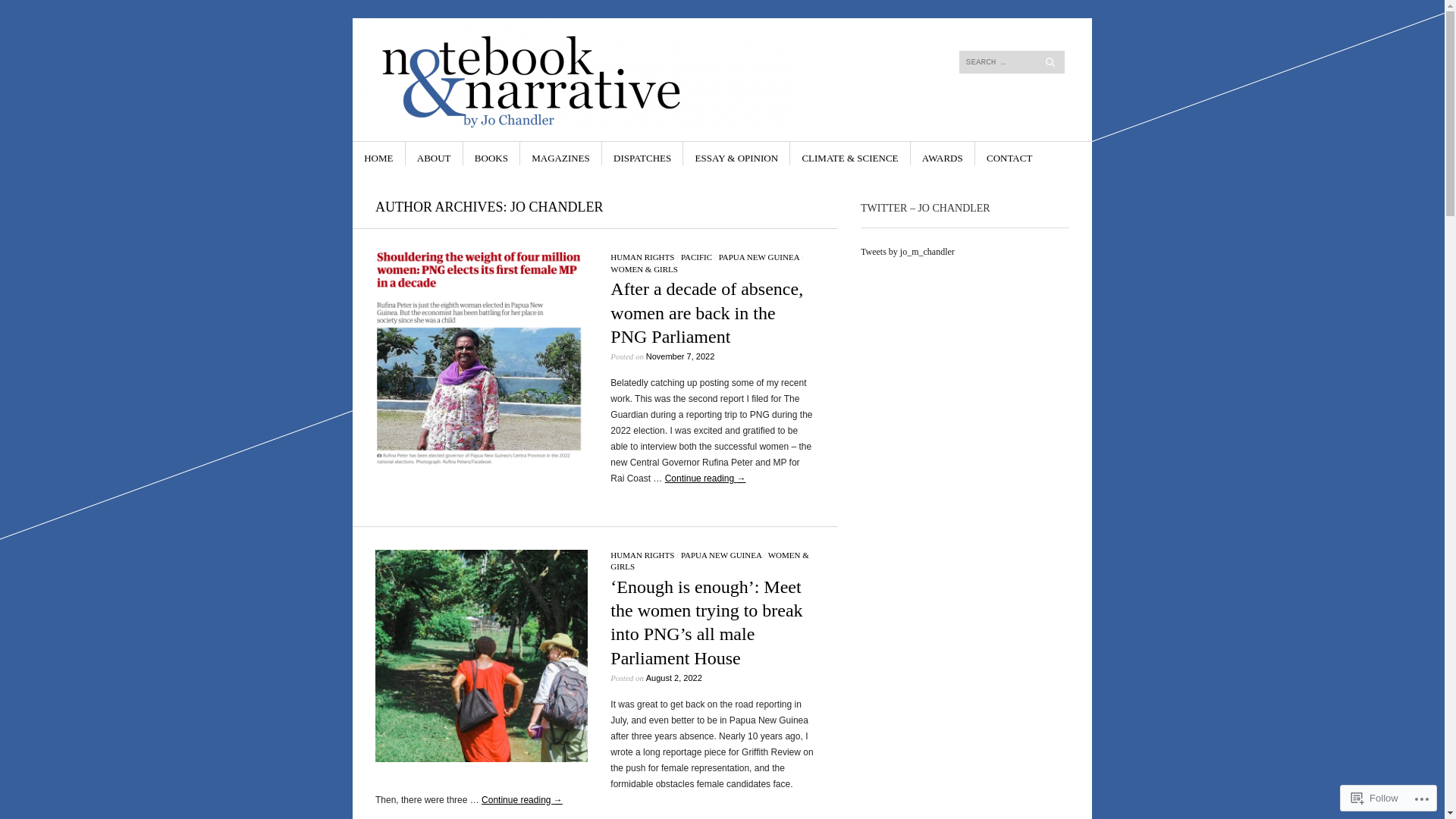 The height and width of the screenshot is (819, 1456). Describe the element at coordinates (642, 555) in the screenshot. I see `'HUMAN RIGHTS'` at that location.